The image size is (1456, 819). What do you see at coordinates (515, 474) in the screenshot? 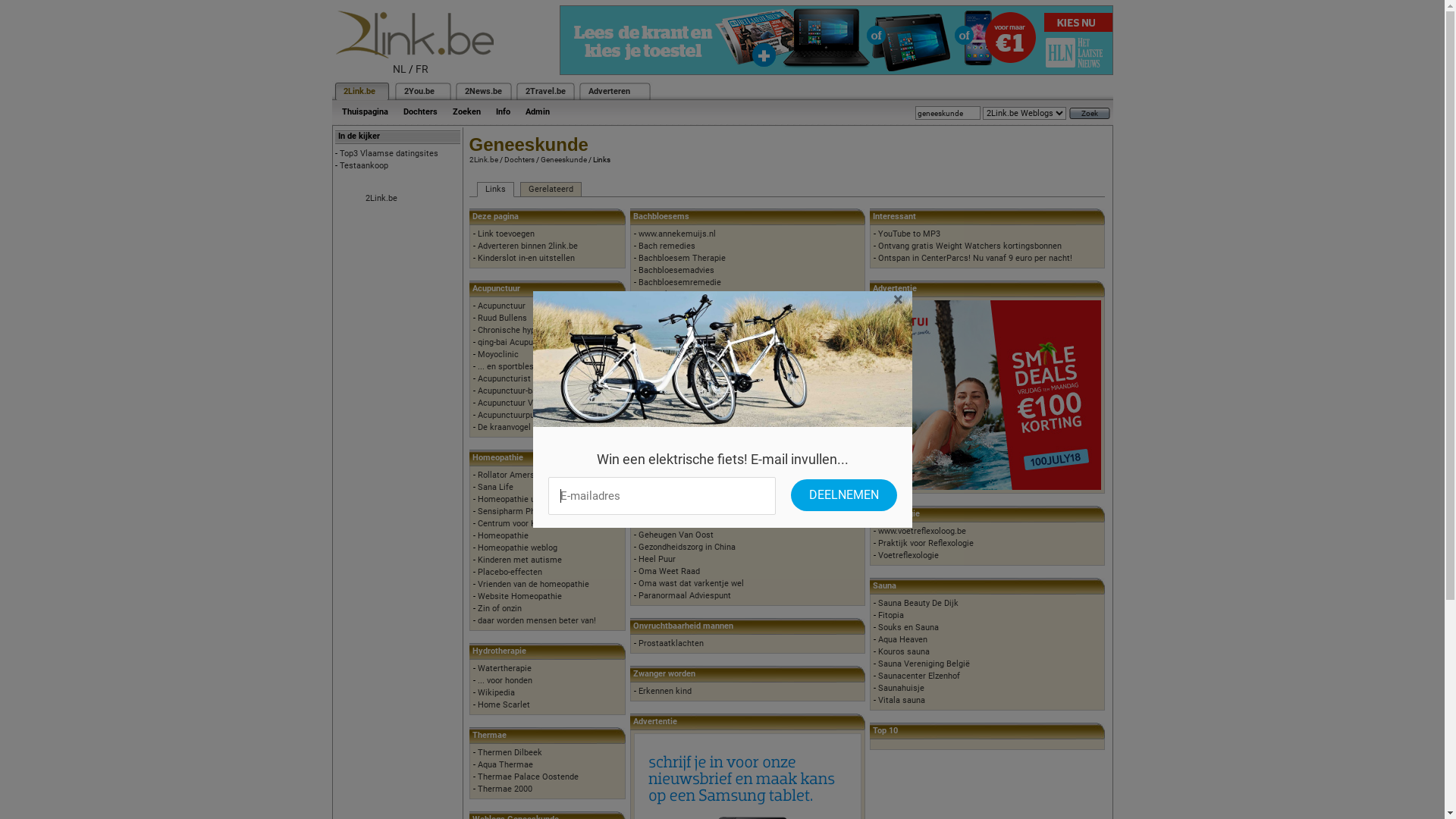
I see `'Rollator Amersfoort'` at bounding box center [515, 474].